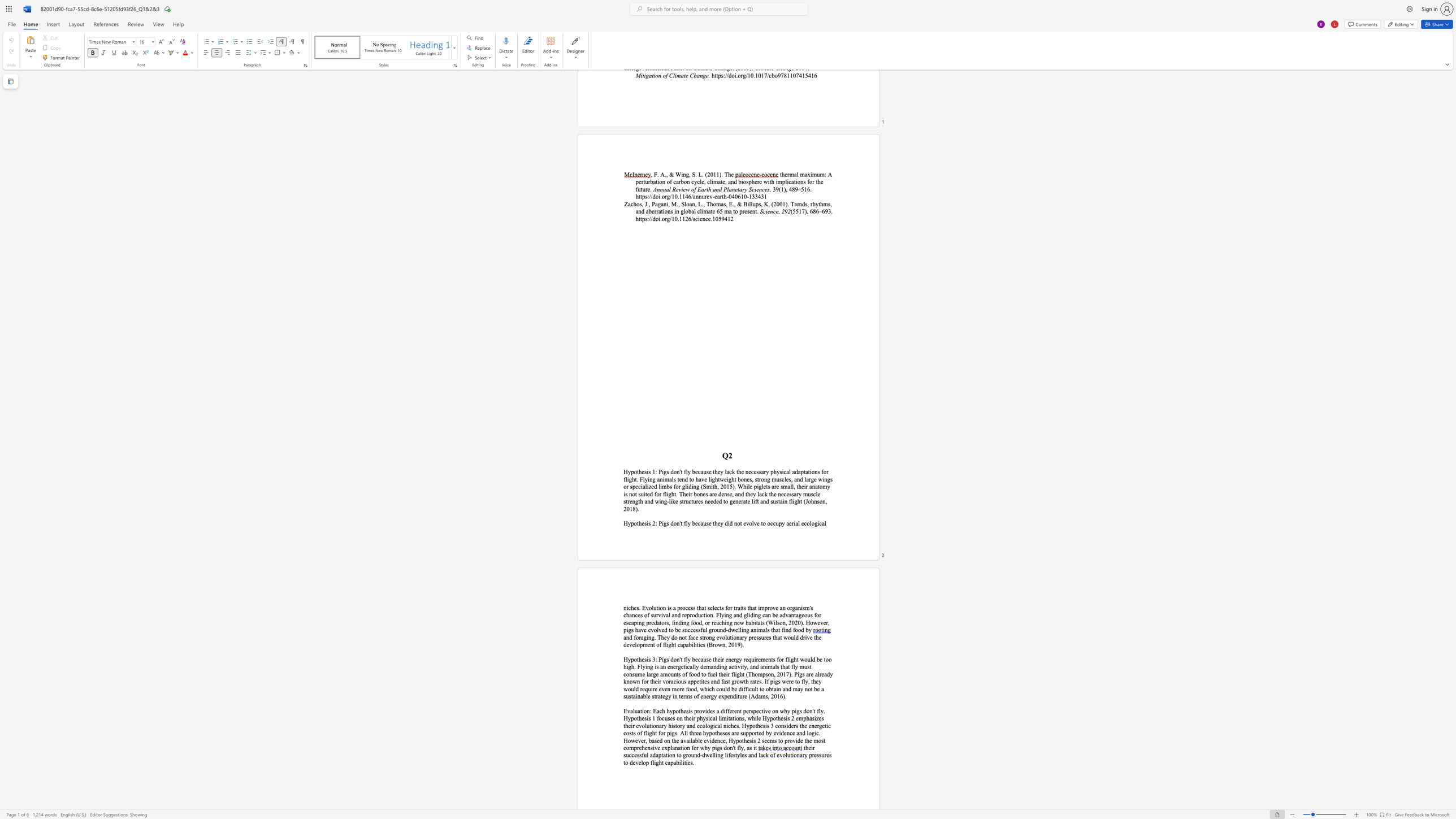 The height and width of the screenshot is (819, 1456). I want to click on the subset text "to ground-dwelling lifestyles and lack of evolutionary pressures to develop" within the text "their successful adaptation to ground-dwelling lifestyles and lack of evolutionary pressures to develop flight capabilities.", so click(676, 754).